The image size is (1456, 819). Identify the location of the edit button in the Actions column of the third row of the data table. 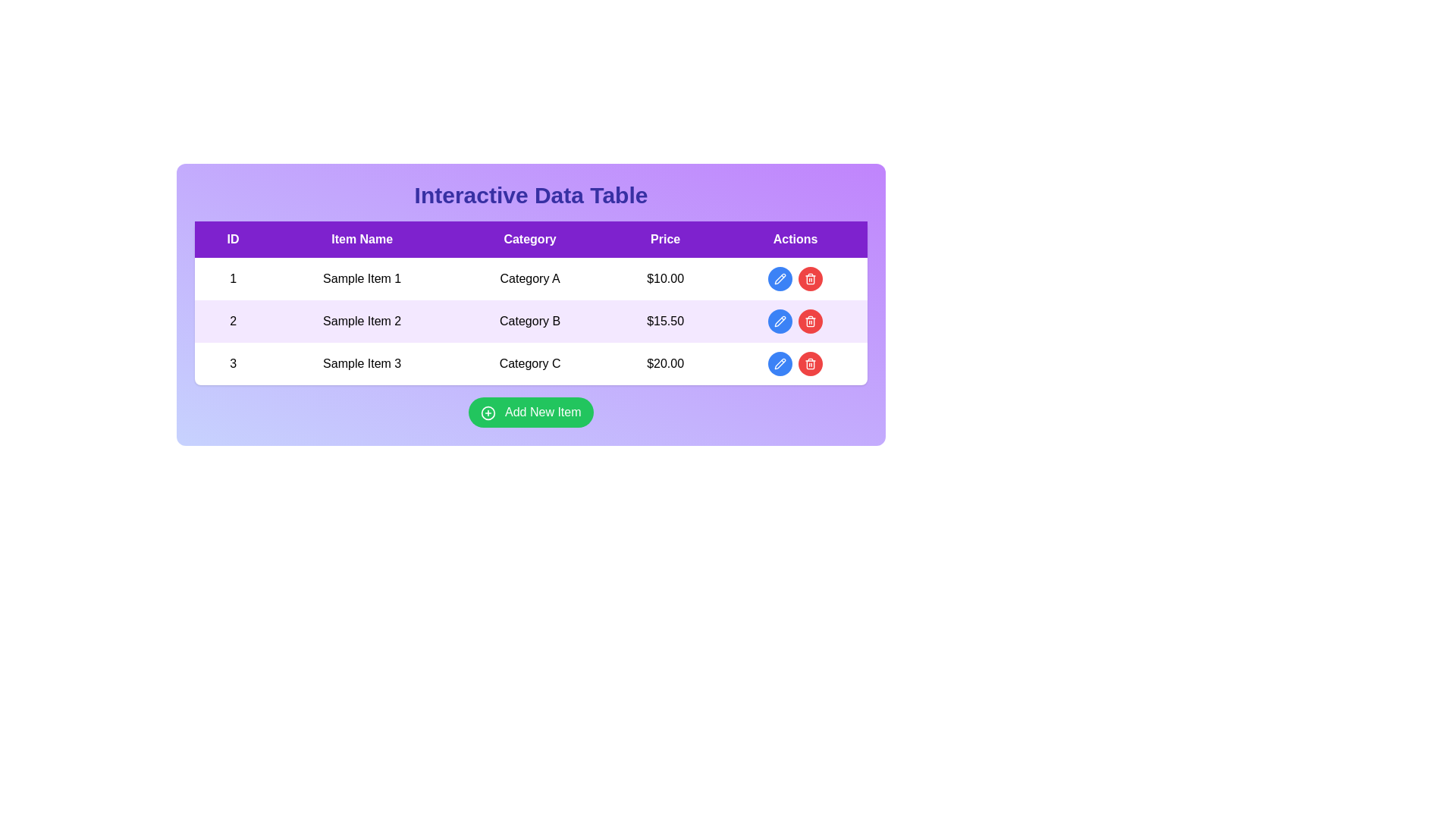
(780, 363).